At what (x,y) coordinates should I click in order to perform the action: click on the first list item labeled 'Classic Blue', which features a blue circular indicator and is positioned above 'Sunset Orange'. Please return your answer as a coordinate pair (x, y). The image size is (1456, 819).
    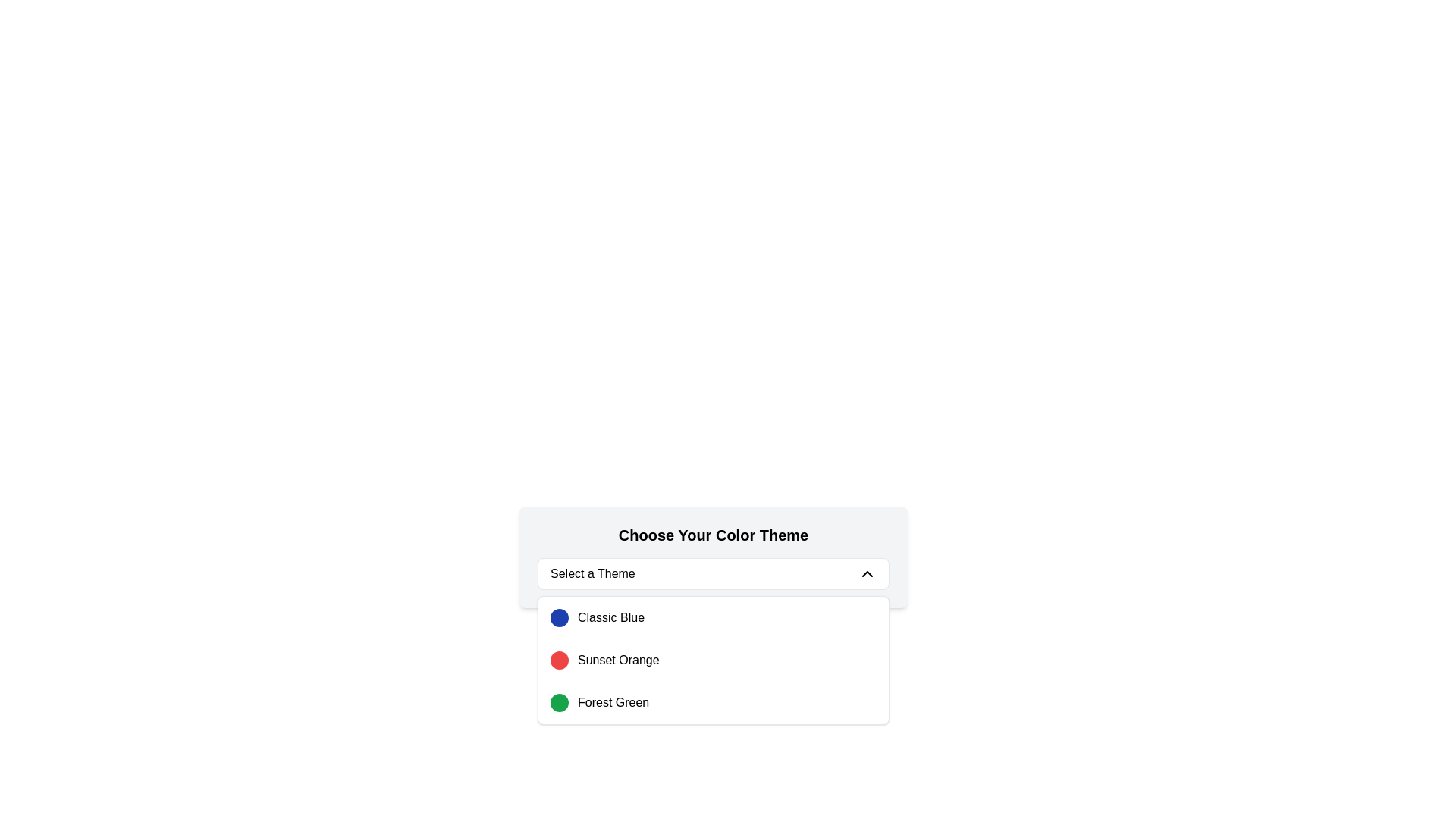
    Looking at the image, I should click on (712, 617).